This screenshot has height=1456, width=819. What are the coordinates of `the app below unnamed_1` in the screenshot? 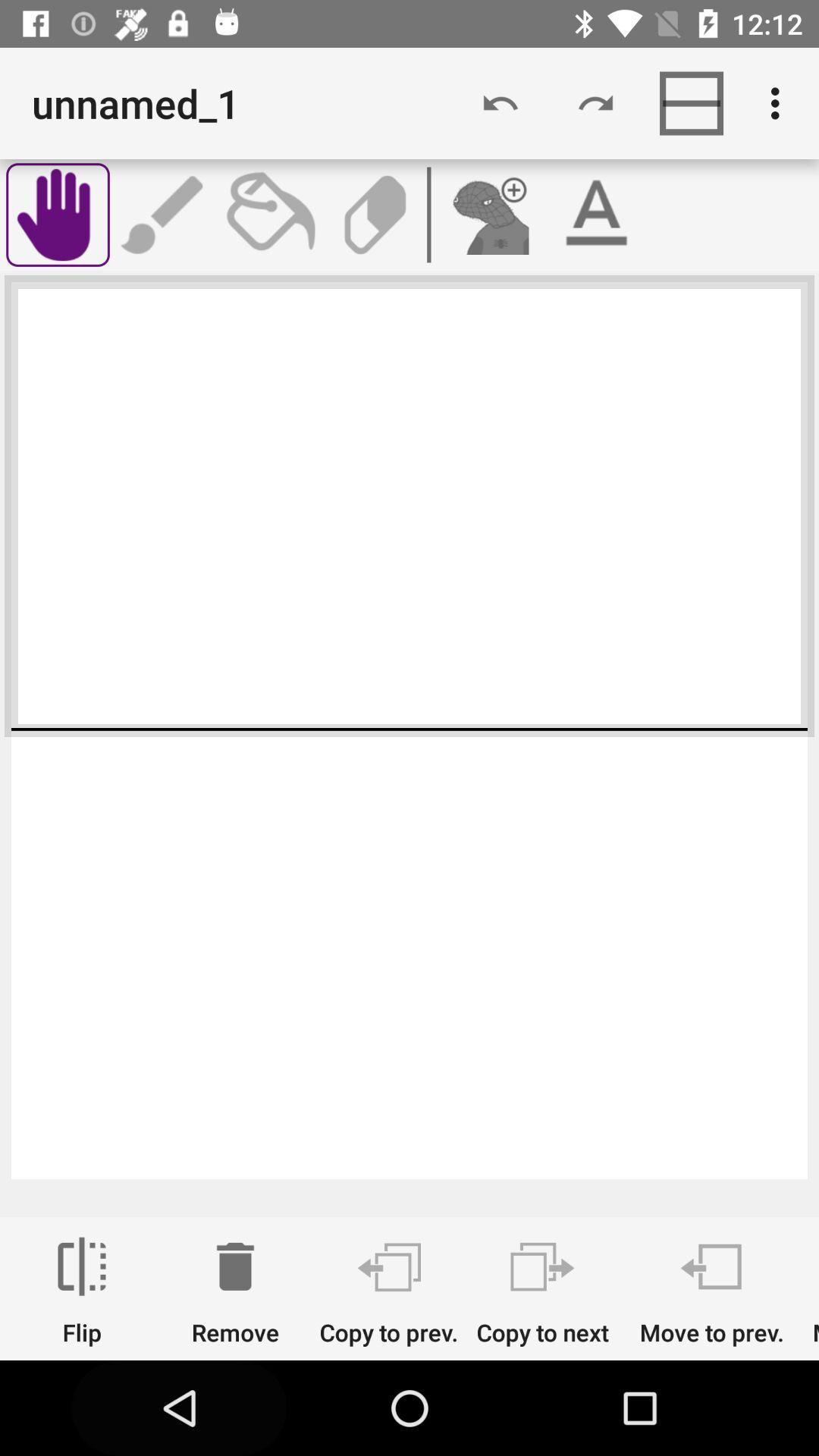 It's located at (268, 214).